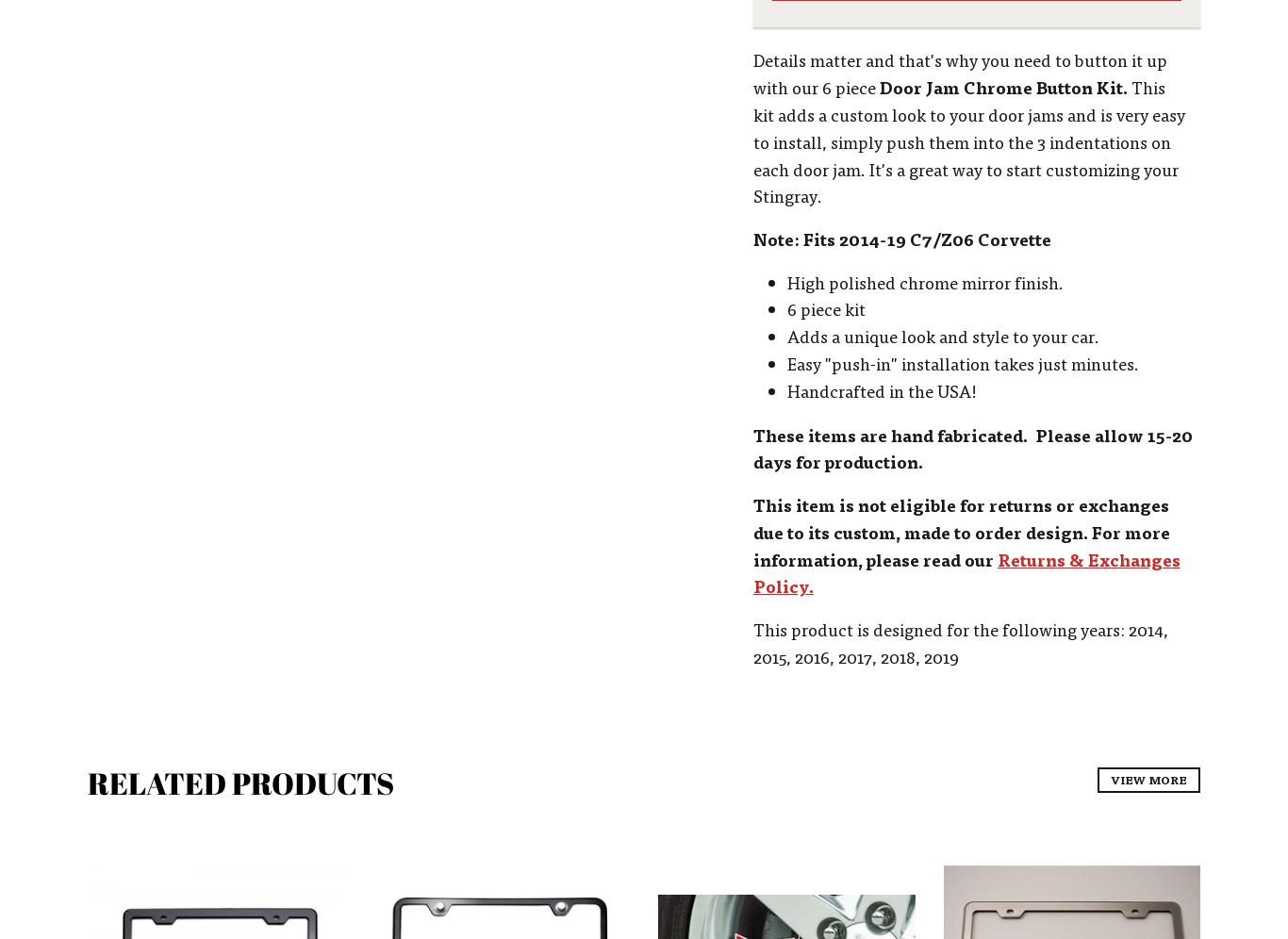 The image size is (1288, 939). I want to click on '6 piece kit', so click(824, 307).